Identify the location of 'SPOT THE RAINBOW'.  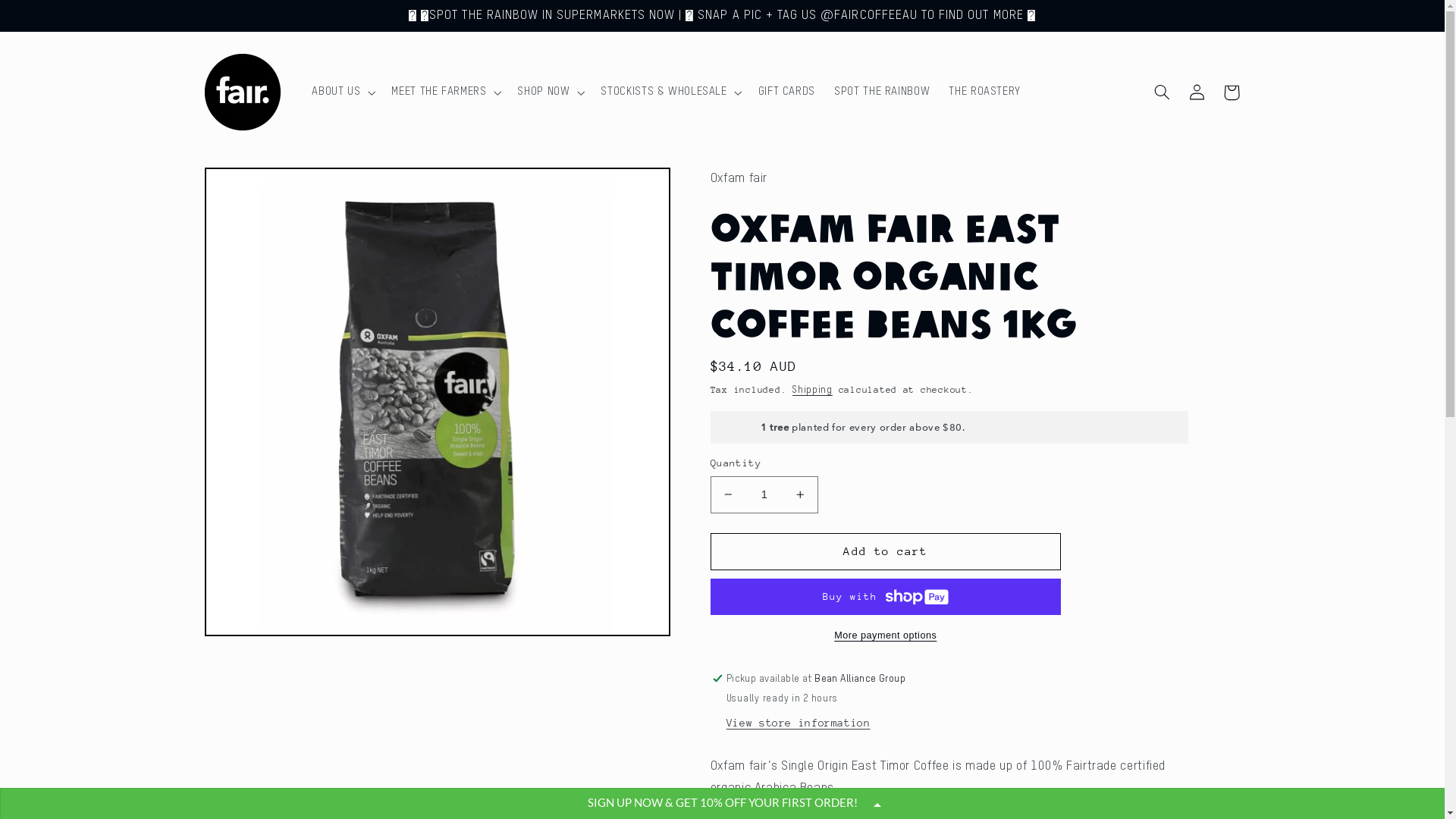
(882, 93).